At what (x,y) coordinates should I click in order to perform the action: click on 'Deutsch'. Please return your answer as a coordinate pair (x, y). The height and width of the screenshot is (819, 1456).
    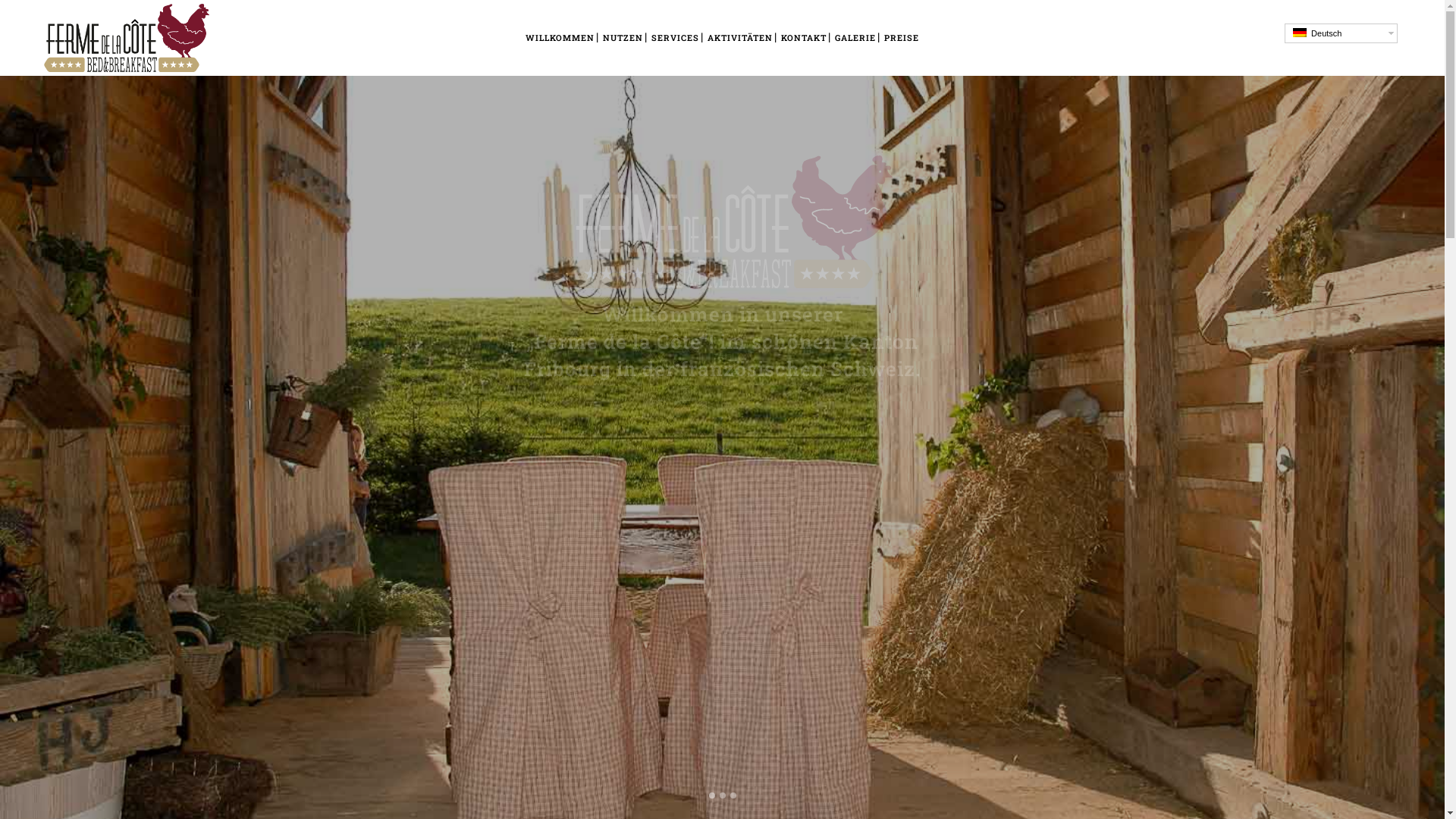
    Looking at the image, I should click on (1298, 32).